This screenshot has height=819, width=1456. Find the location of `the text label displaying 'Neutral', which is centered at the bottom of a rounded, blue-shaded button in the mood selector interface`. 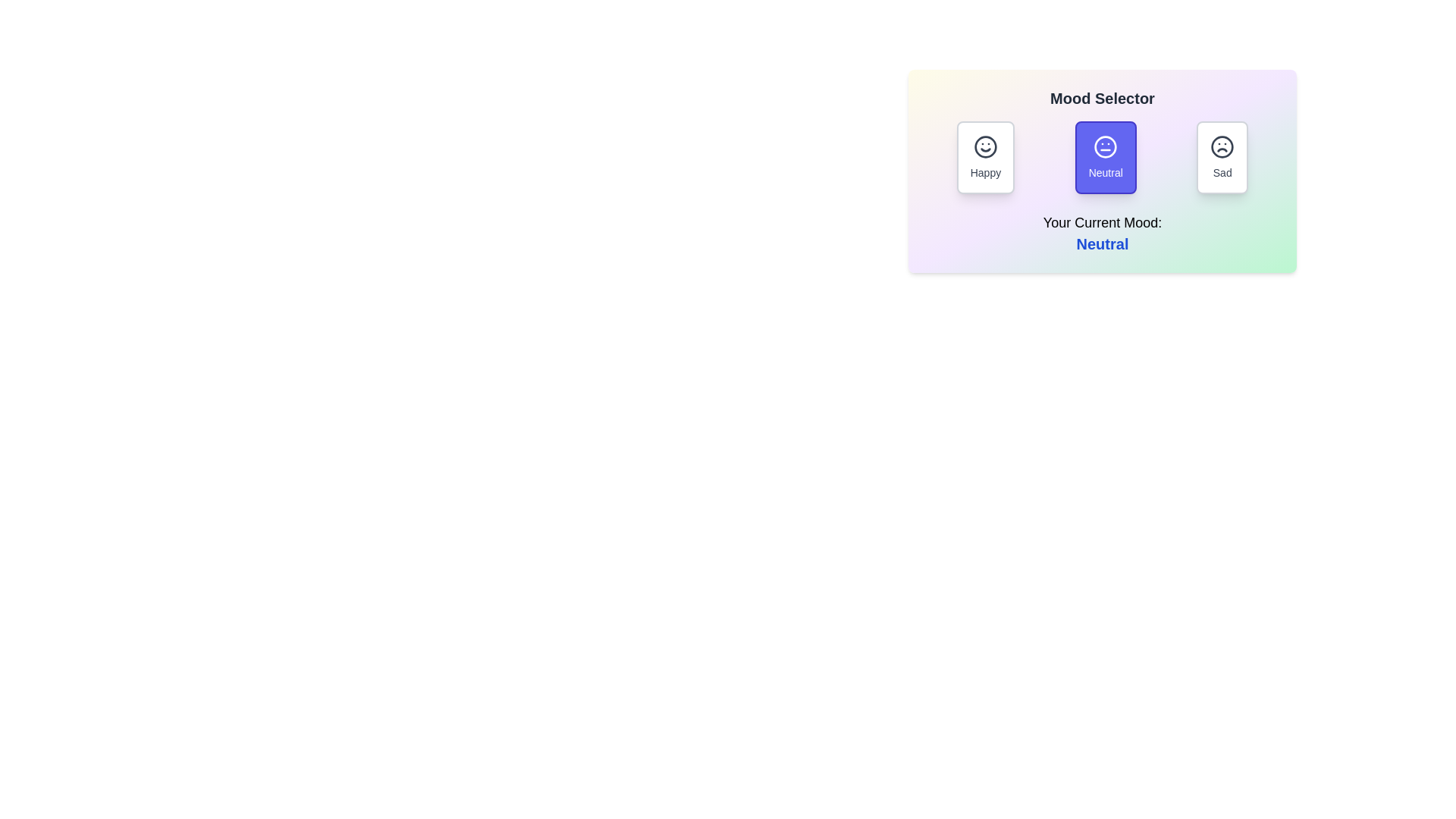

the text label displaying 'Neutral', which is centered at the bottom of a rounded, blue-shaded button in the mood selector interface is located at coordinates (1106, 171).